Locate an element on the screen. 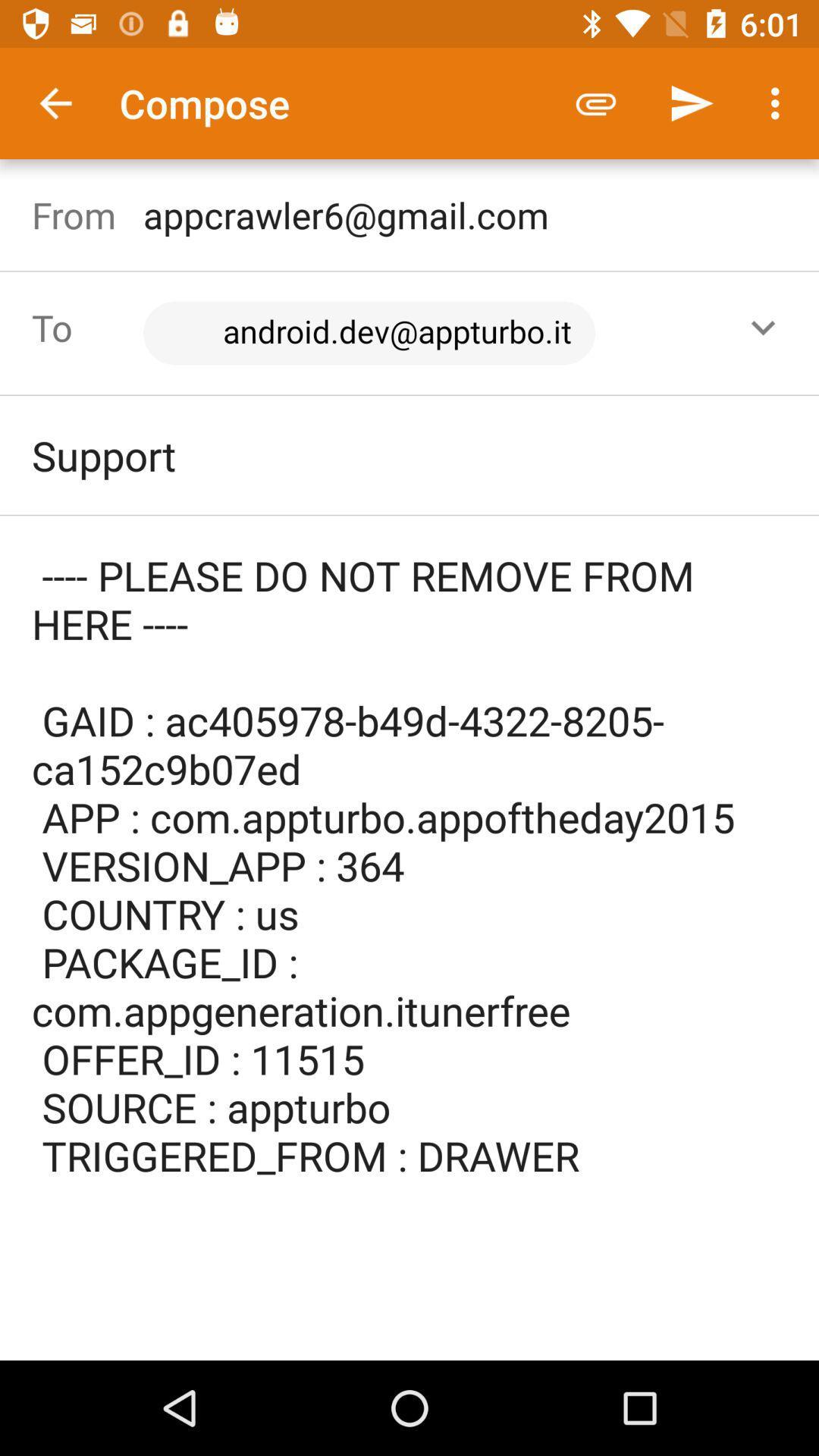 The width and height of the screenshot is (819, 1456). the expand_more icon is located at coordinates (763, 327).